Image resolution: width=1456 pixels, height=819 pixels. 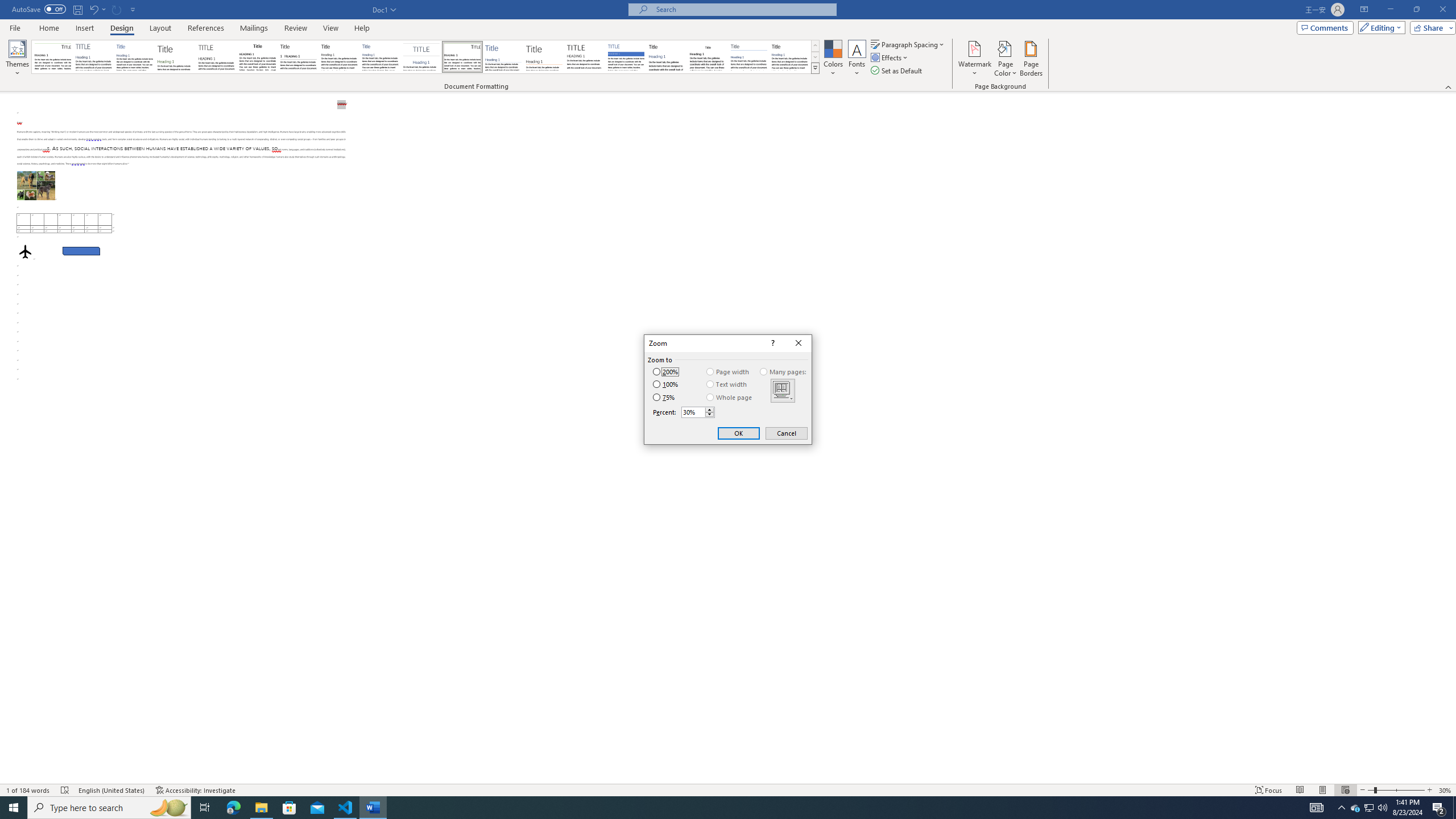 What do you see at coordinates (81, 250) in the screenshot?
I see `'Rectangle: Diagonal Corners Snipped 2'` at bounding box center [81, 250].